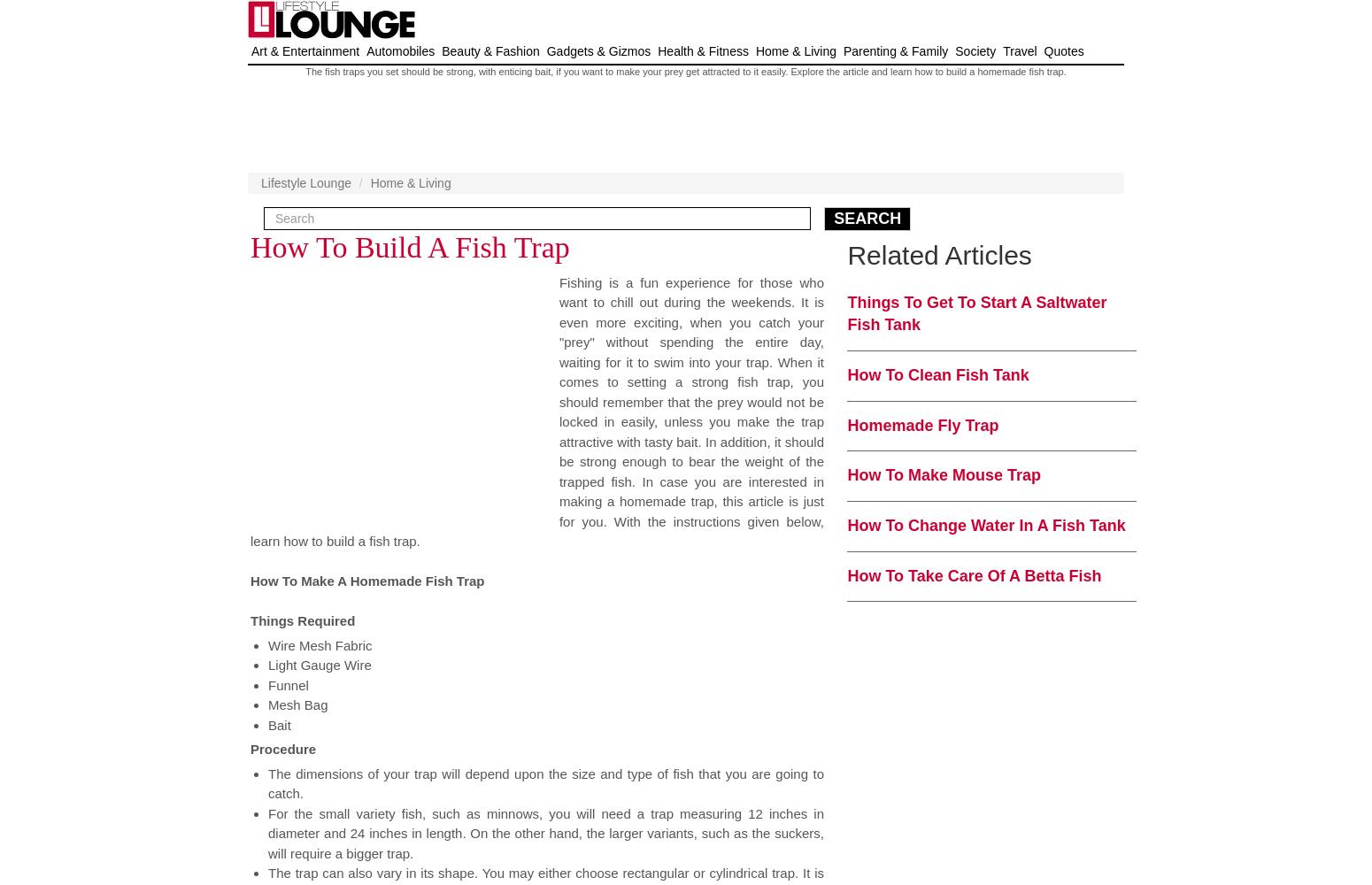  I want to click on 'Bait', so click(268, 723).